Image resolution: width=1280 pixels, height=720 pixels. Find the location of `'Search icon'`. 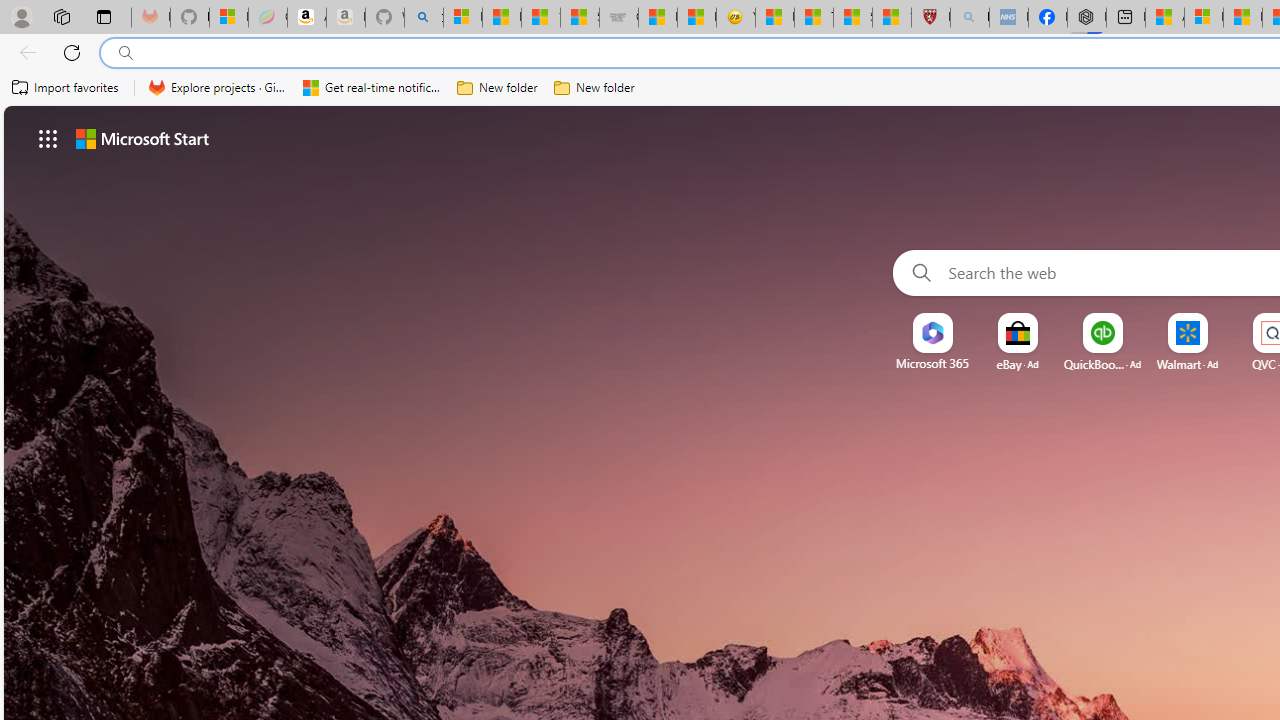

'Search icon' is located at coordinates (125, 52).